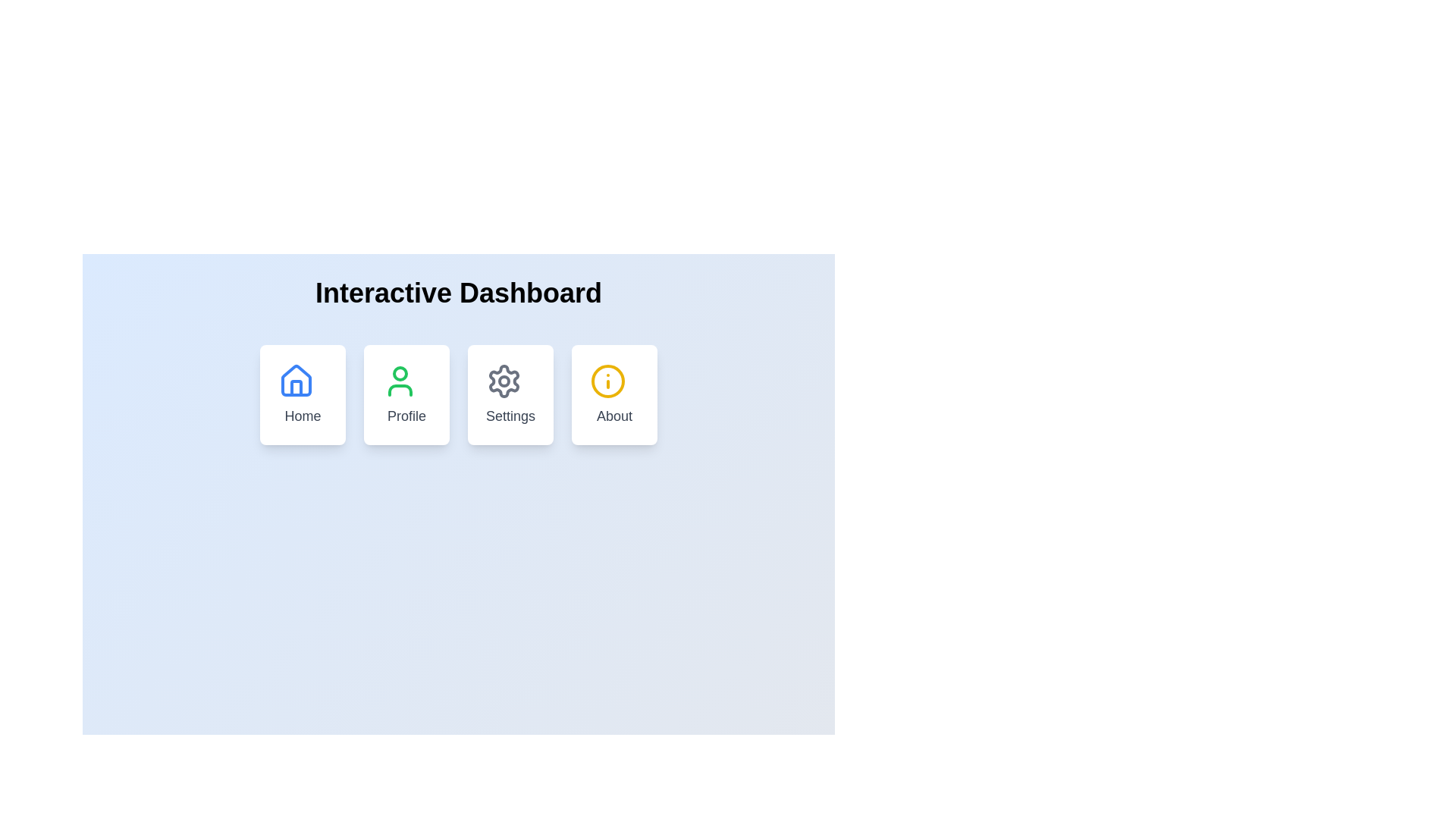 This screenshot has width=1456, height=819. I want to click on text caption labeled 'About' displayed in a medium-sized gray font, located at the bottom-center of the card under the header 'Interactive Dashboard', so click(614, 416).